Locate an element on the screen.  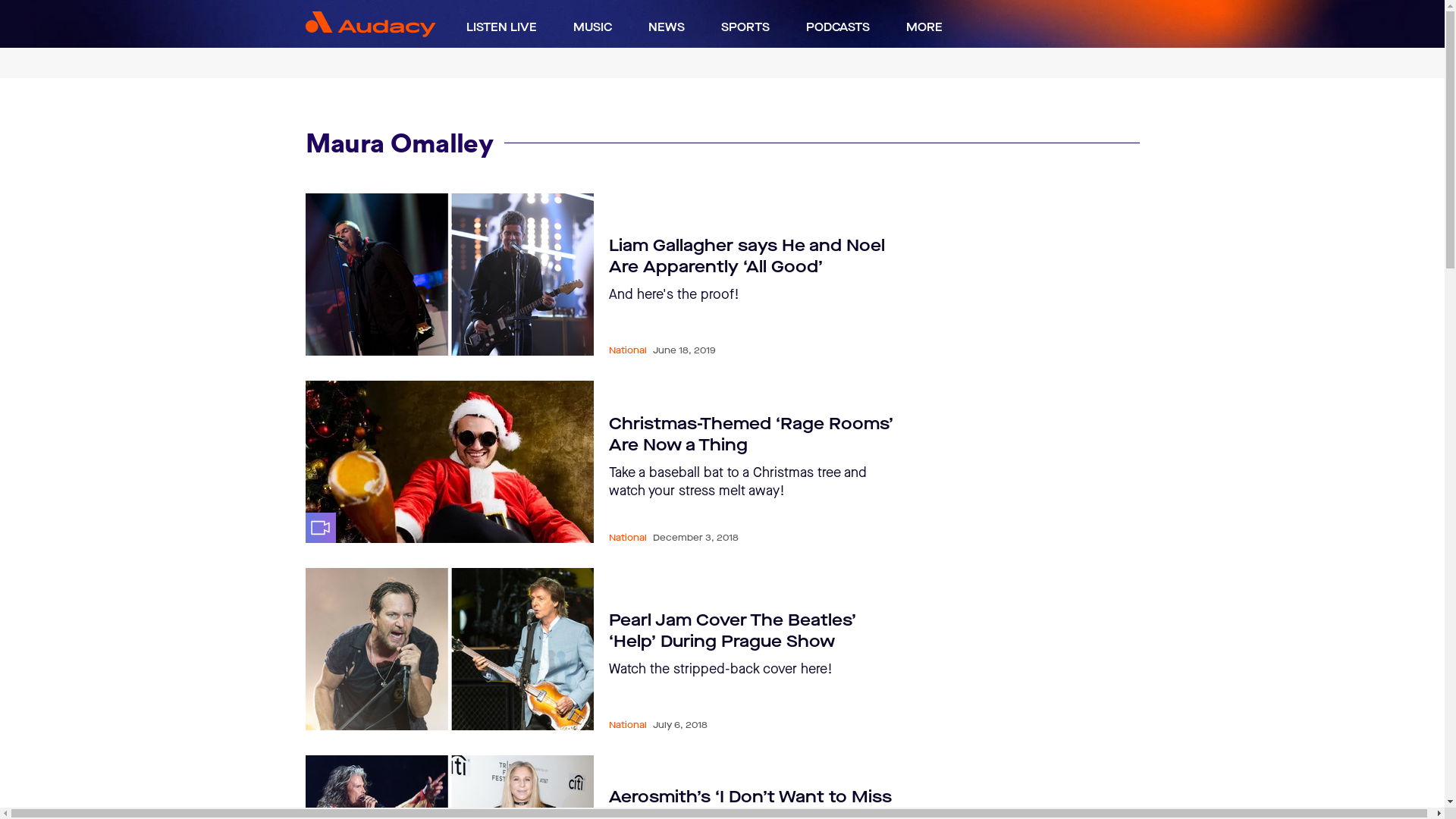
'SPORTS' is located at coordinates (745, 27).